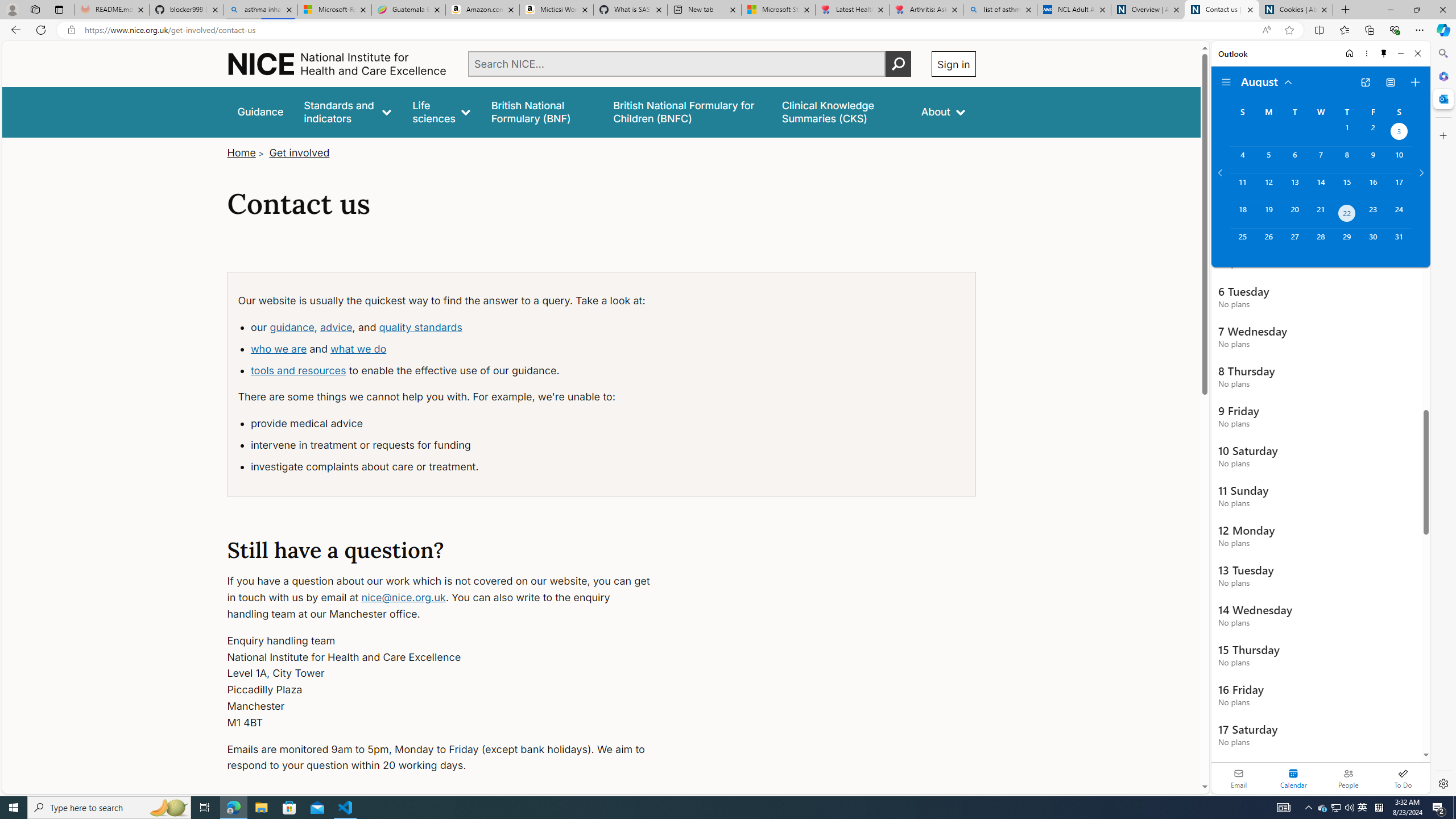 Image resolution: width=1456 pixels, height=819 pixels. What do you see at coordinates (297, 370) in the screenshot?
I see `'tools and resources'` at bounding box center [297, 370].